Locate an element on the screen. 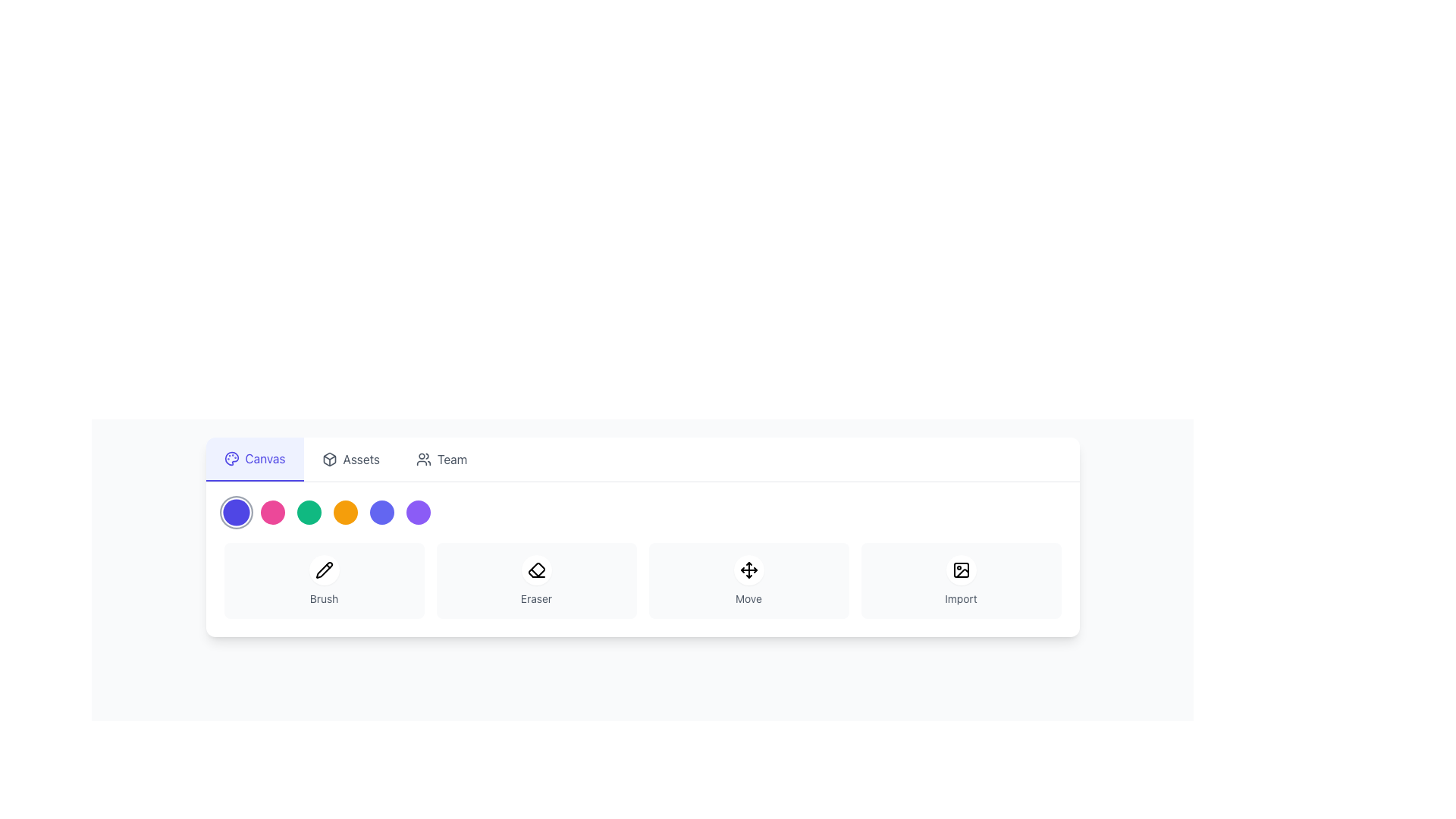 Image resolution: width=1456 pixels, height=819 pixels. the 'Eraser' button, which is a rectangular button with rounded corners, a light gray background, a white circular icon with a black eraser graphic, and the label 'Eraser' in small gray text is located at coordinates (536, 580).